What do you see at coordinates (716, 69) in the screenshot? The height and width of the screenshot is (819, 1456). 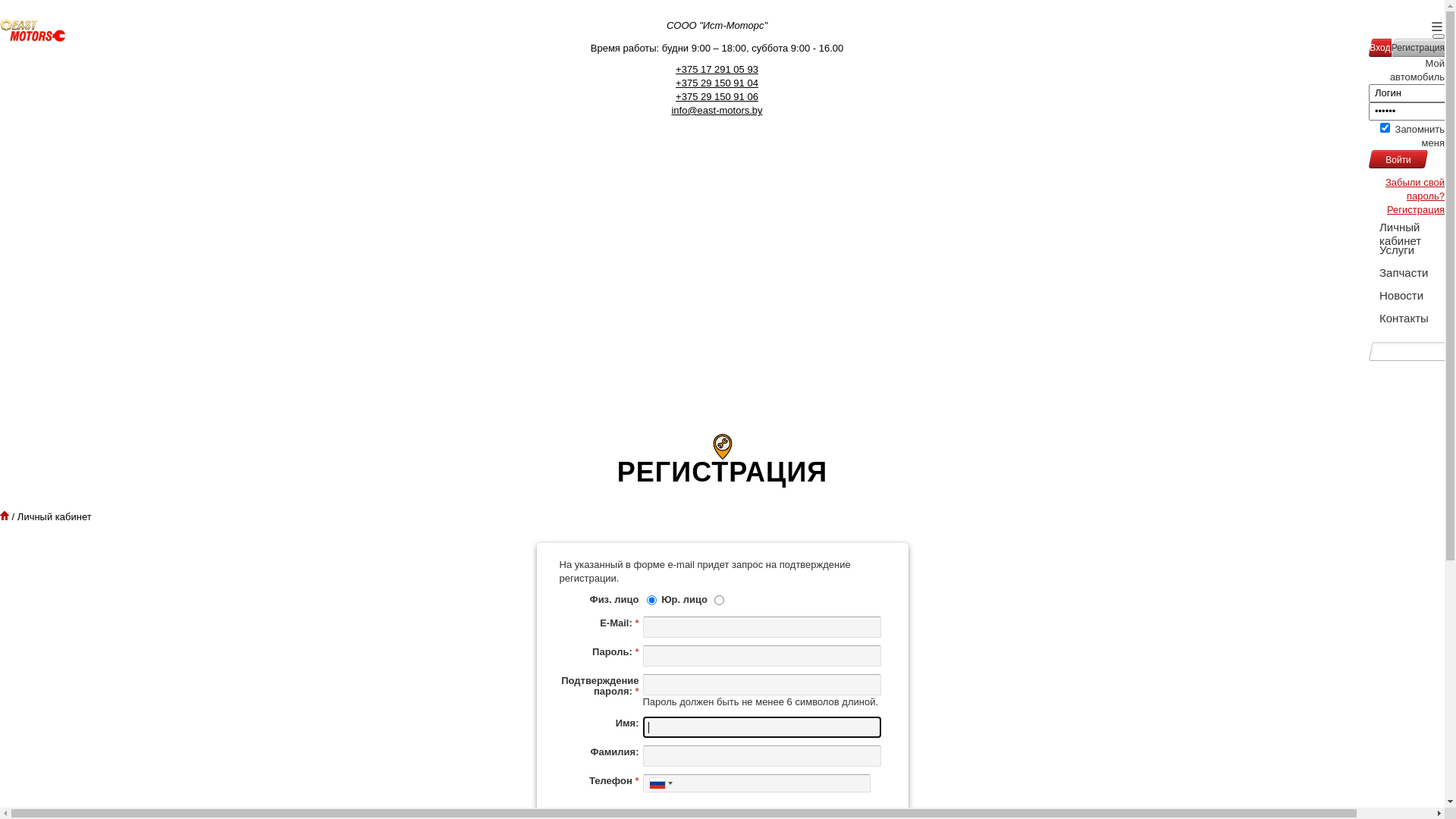 I see `'+375 17 291 05 93'` at bounding box center [716, 69].